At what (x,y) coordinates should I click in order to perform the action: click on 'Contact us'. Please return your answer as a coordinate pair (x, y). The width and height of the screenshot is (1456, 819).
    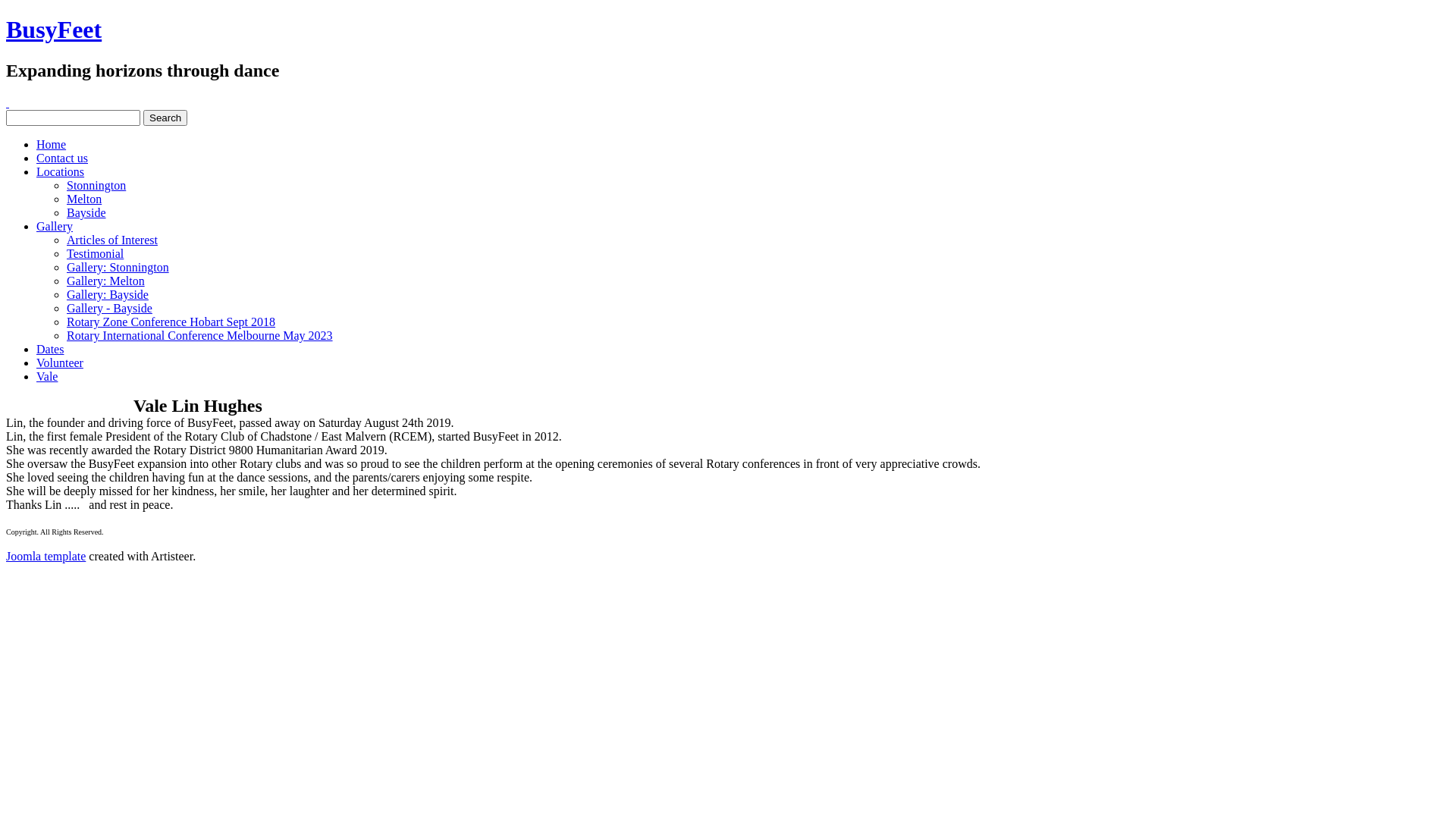
    Looking at the image, I should click on (36, 158).